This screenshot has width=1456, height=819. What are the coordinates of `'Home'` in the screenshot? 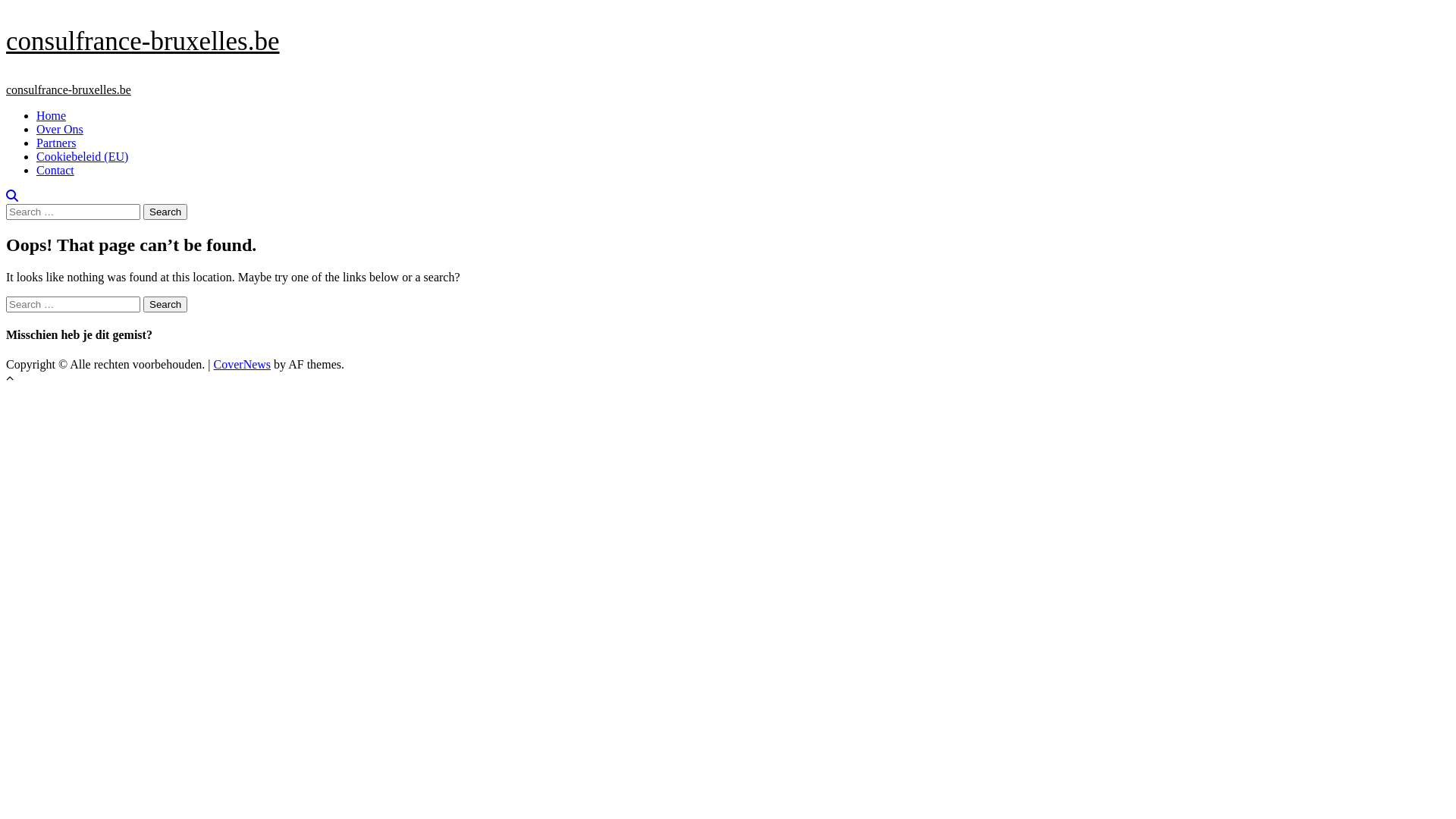 It's located at (51, 115).